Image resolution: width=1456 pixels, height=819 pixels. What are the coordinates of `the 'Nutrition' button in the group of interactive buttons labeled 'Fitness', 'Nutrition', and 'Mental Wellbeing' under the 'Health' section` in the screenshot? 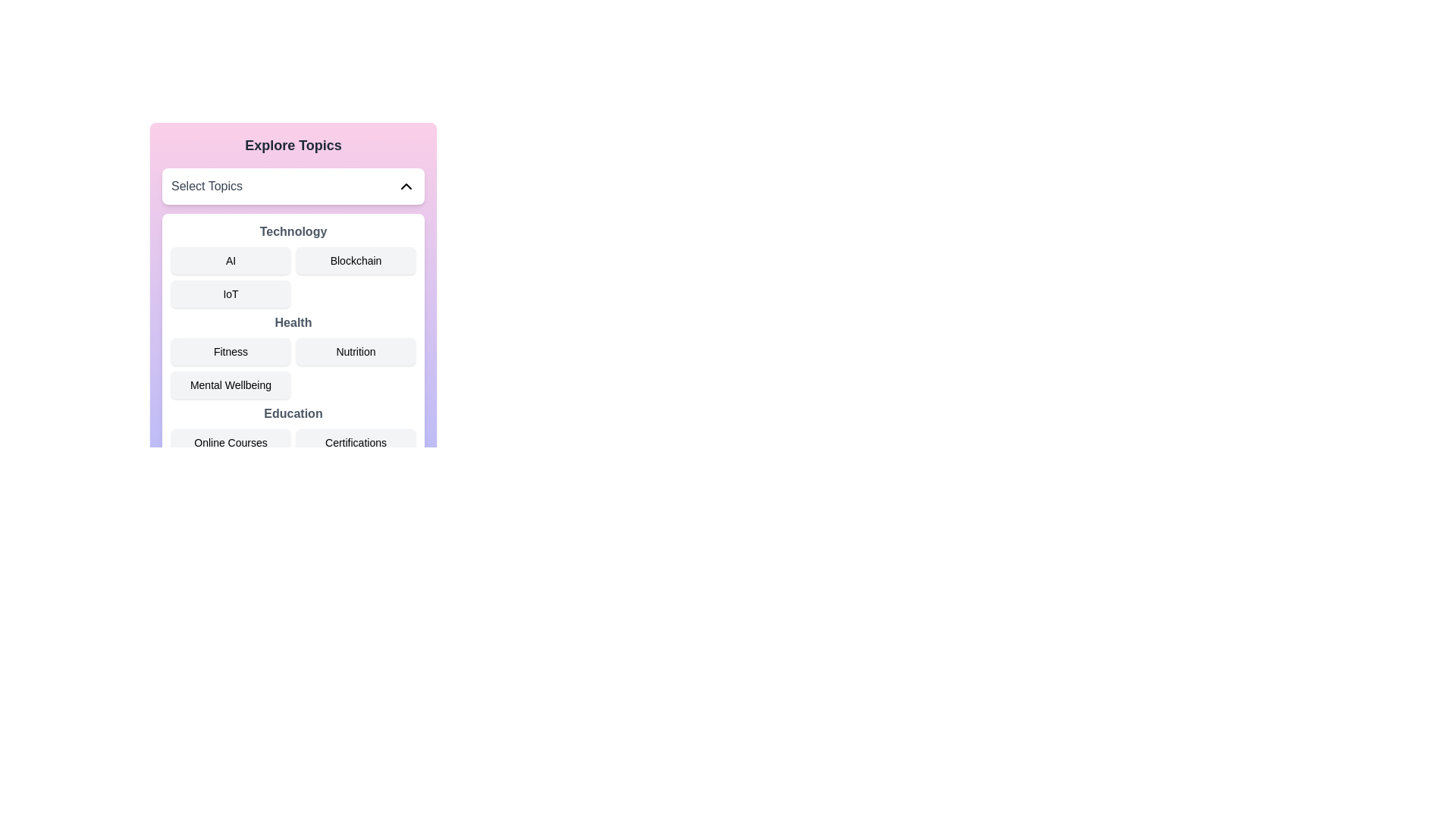 It's located at (293, 356).